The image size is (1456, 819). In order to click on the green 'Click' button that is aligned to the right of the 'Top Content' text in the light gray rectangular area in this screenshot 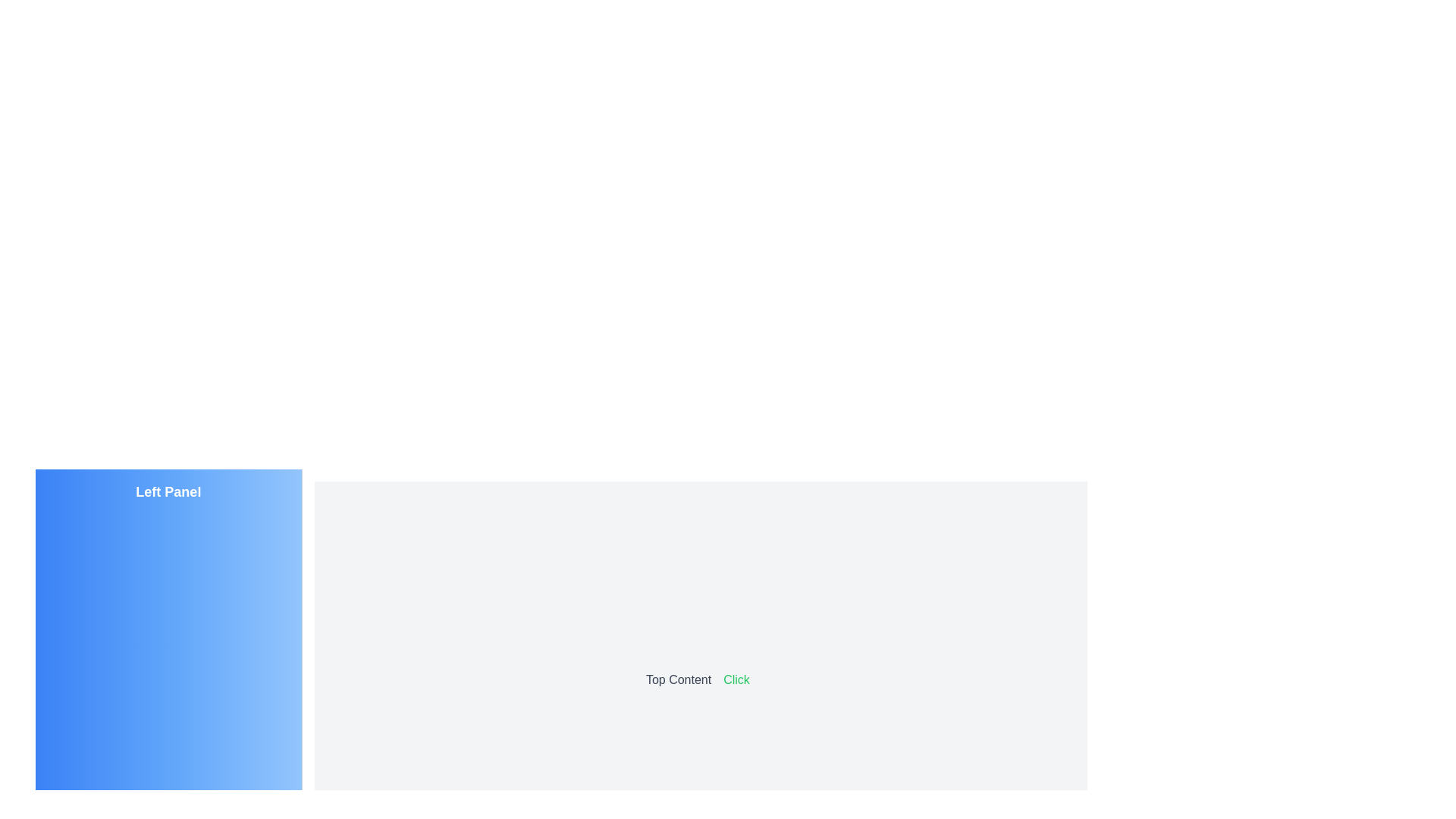, I will do `click(736, 679)`.